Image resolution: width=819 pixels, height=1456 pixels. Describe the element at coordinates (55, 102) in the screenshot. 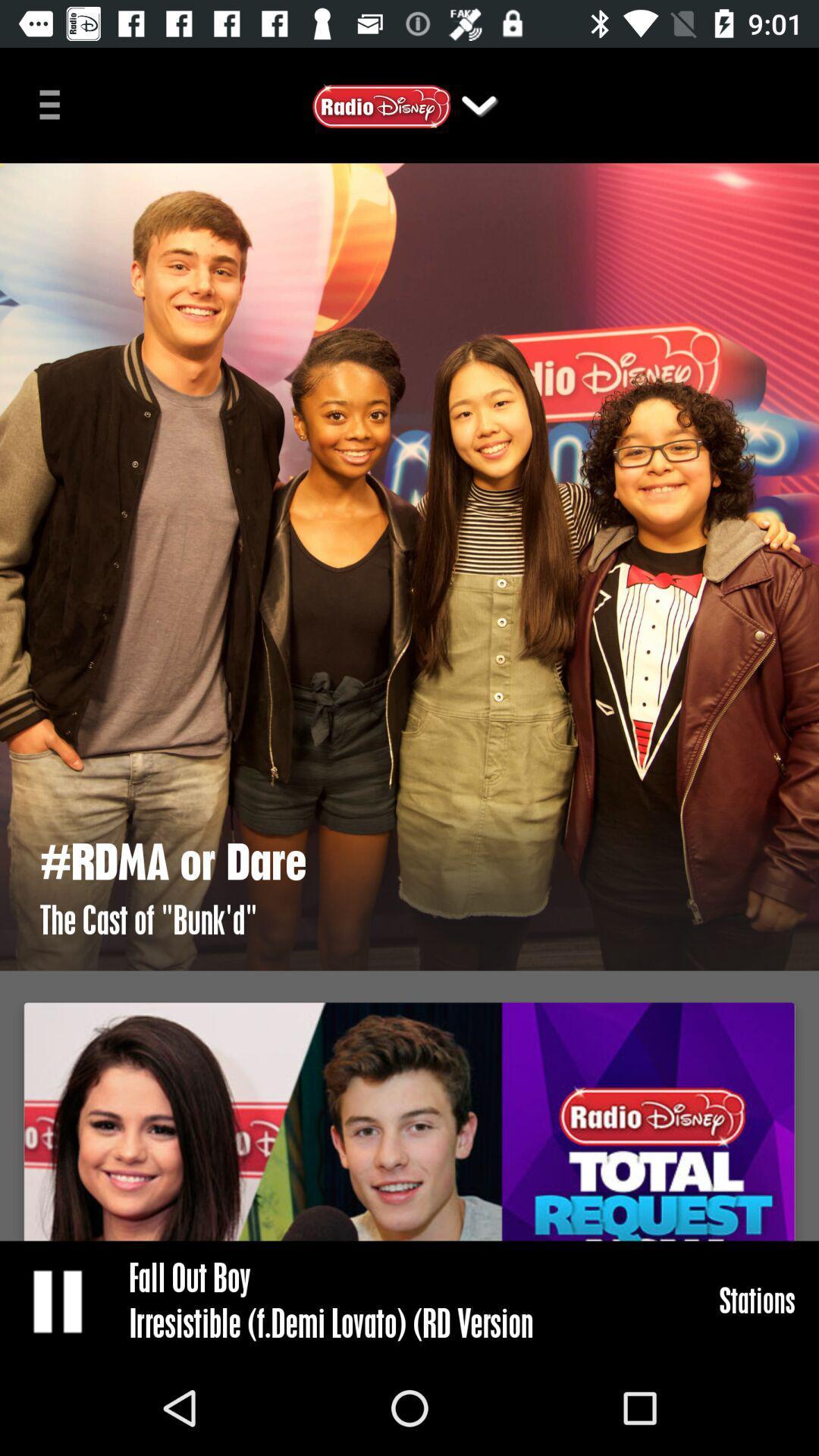

I see `the icon at the top left corner` at that location.